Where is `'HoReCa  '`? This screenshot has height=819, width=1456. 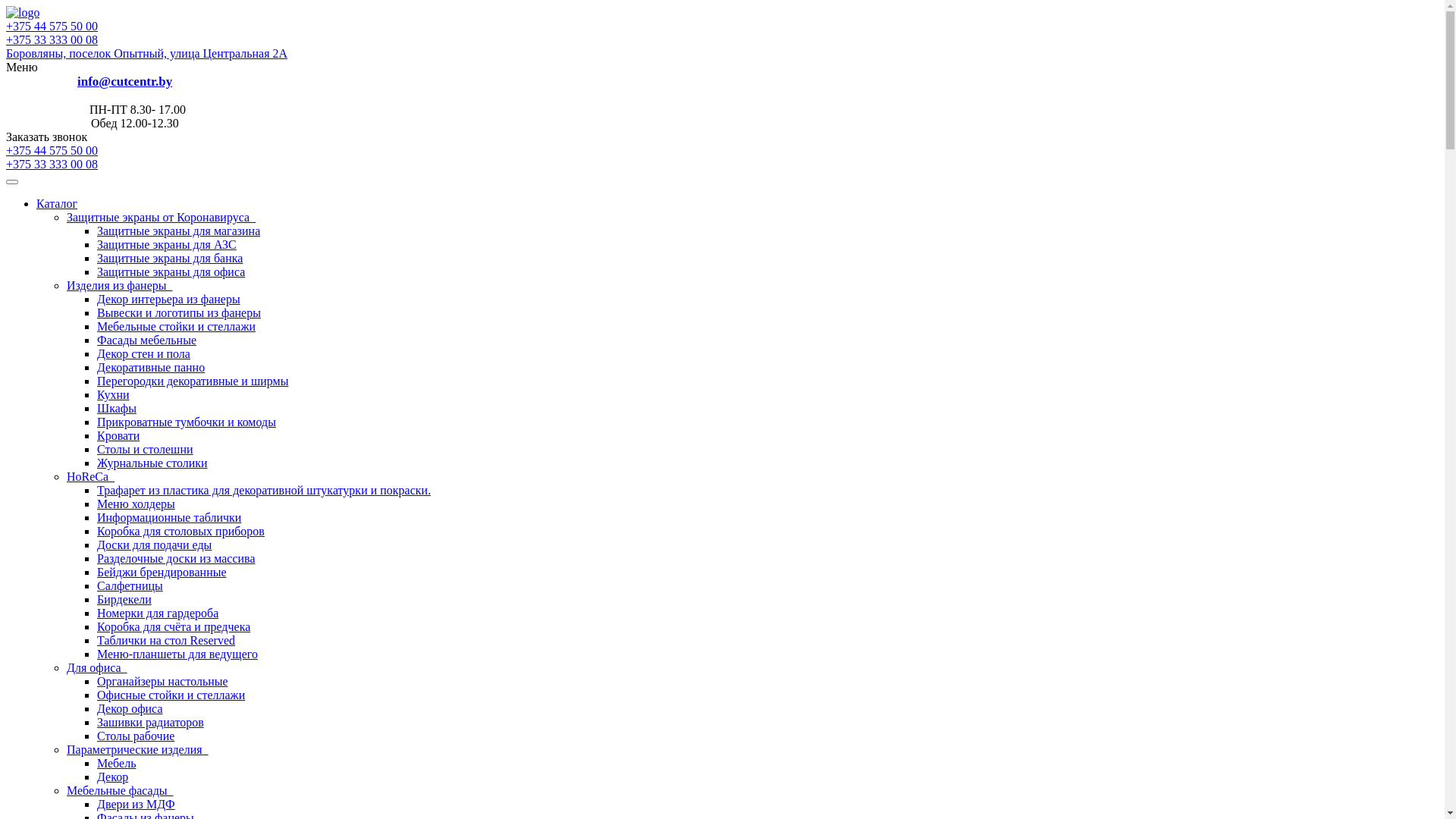 'HoReCa  ' is located at coordinates (89, 475).